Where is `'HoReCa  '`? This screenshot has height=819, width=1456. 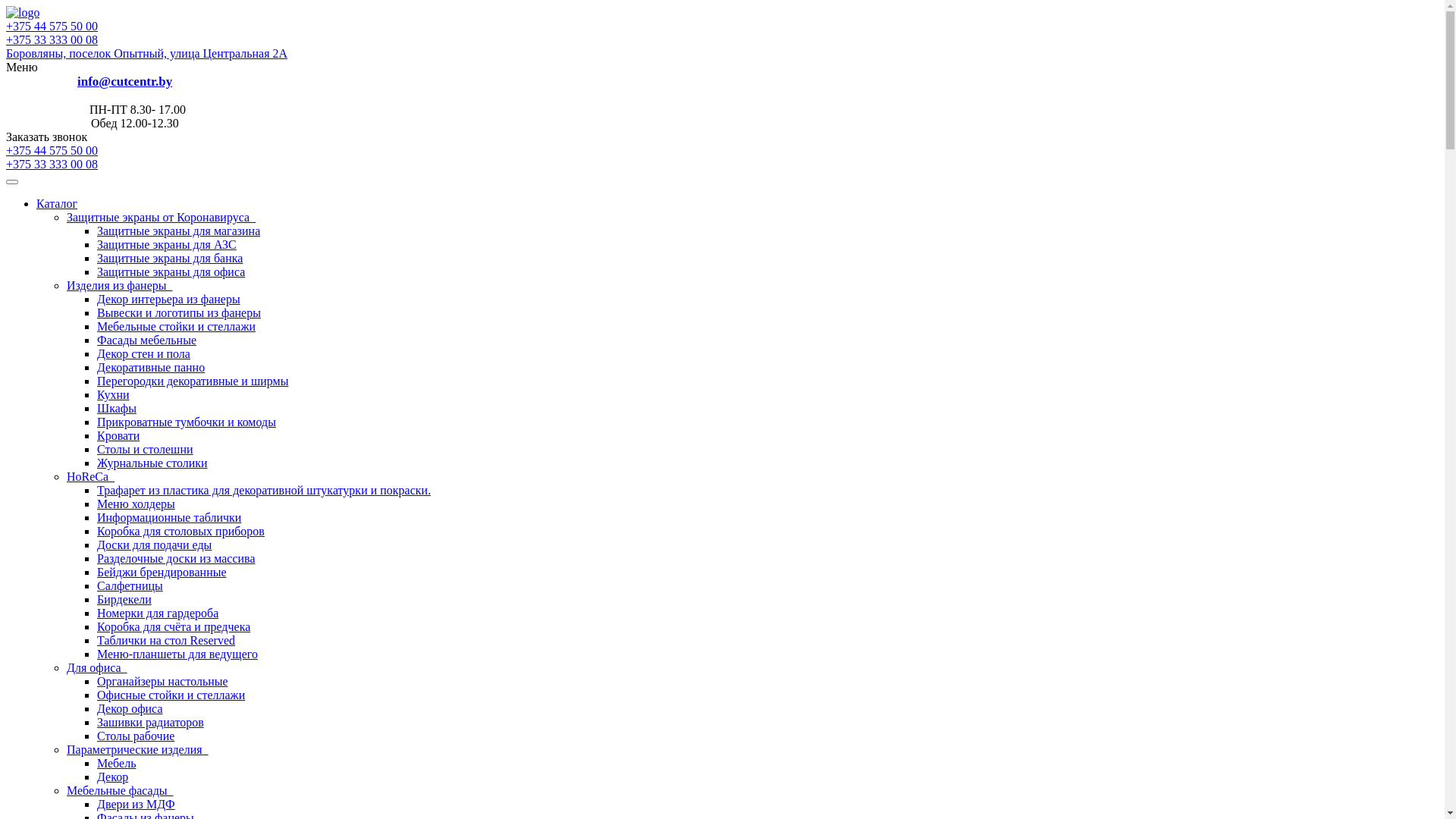 'HoReCa  ' is located at coordinates (89, 475).